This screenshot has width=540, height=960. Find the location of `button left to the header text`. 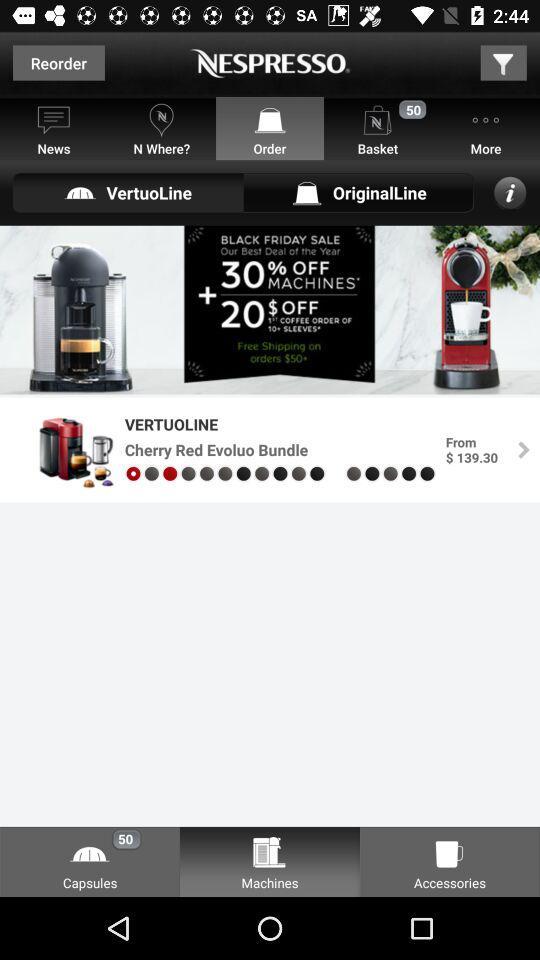

button left to the header text is located at coordinates (59, 62).